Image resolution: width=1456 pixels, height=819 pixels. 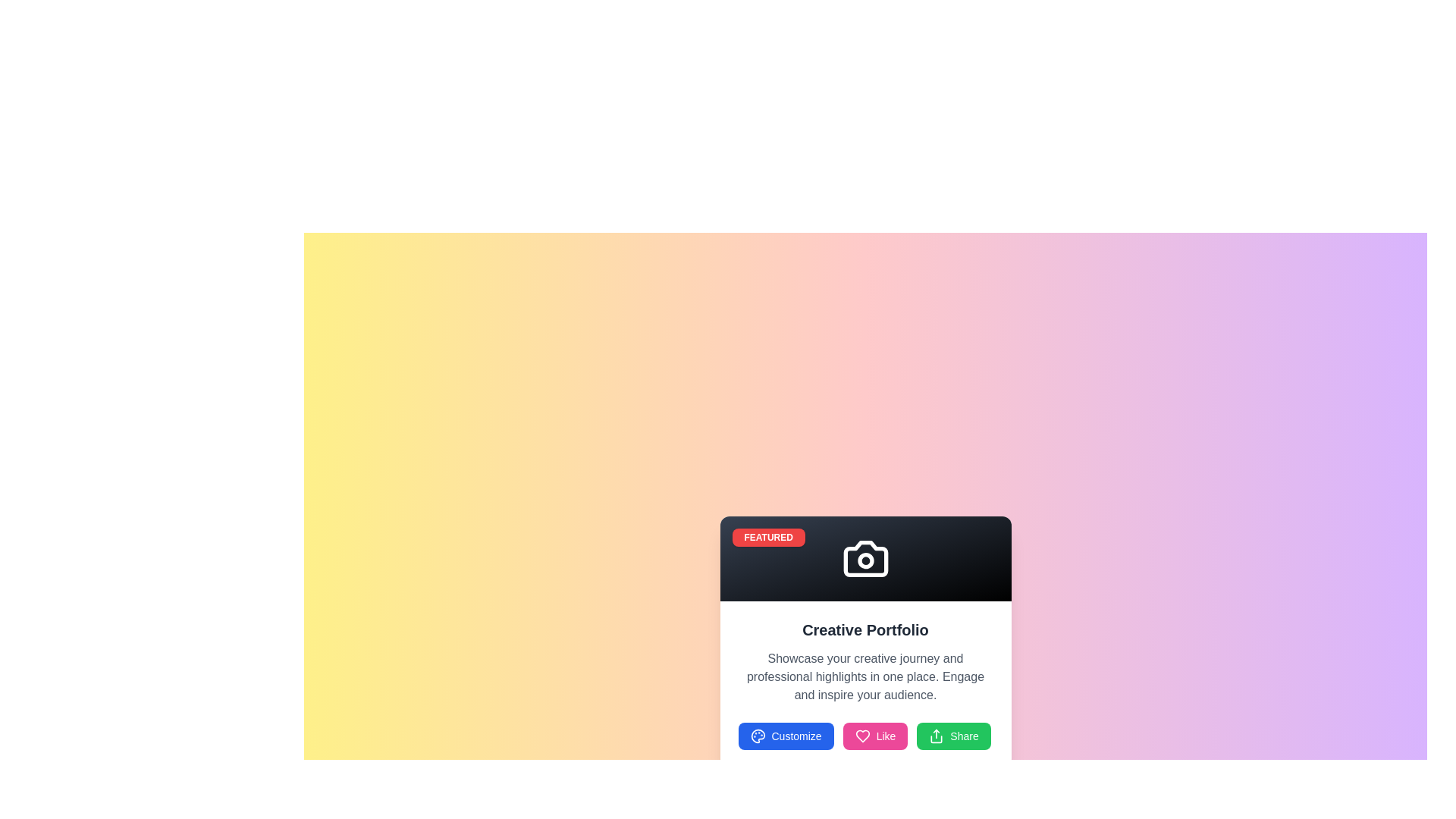 I want to click on the blue 'Customize' button with white text and a palette icon, located at the bottom left of the card, so click(x=786, y=736).